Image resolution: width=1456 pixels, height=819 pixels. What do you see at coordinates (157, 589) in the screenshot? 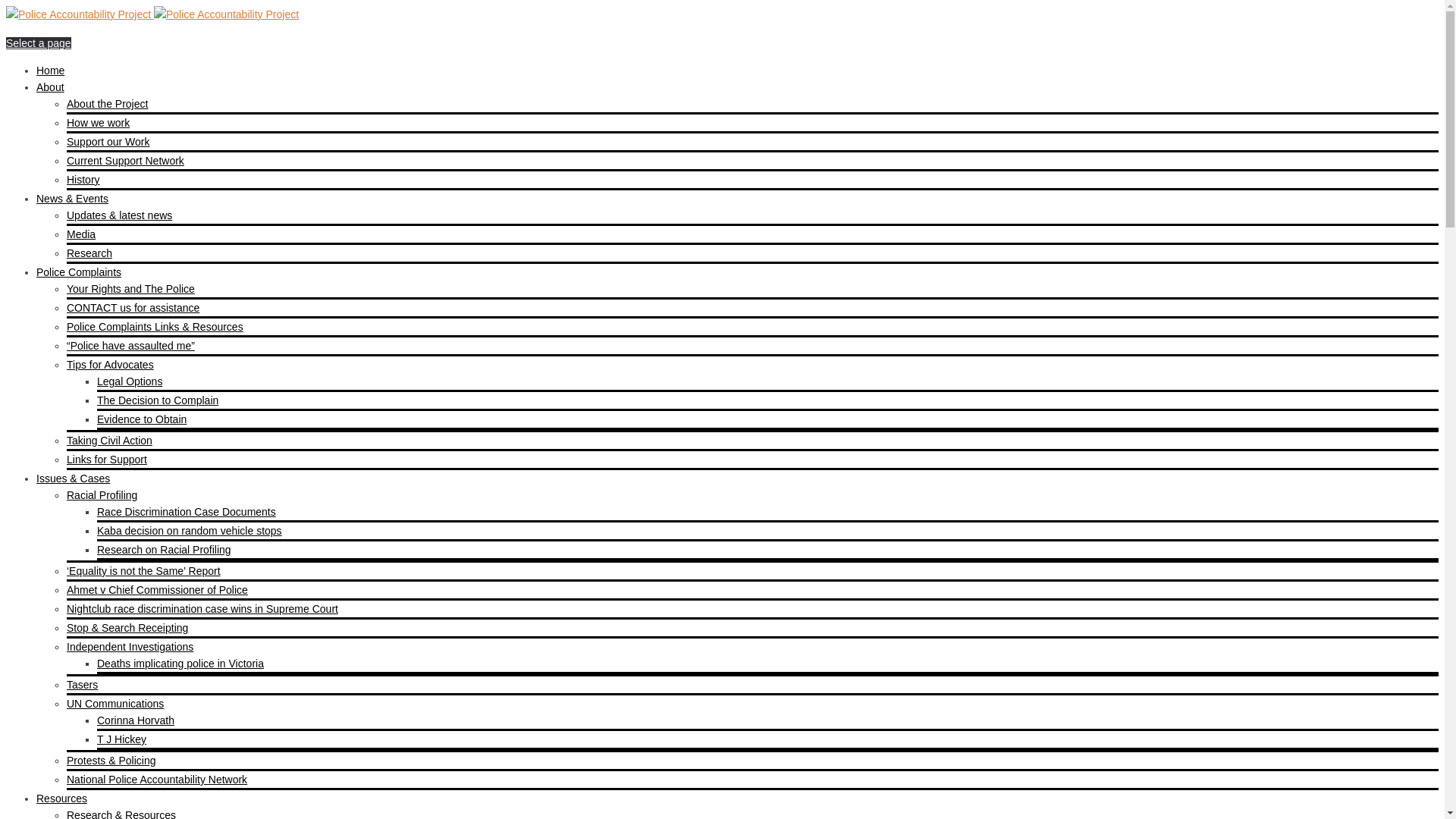
I see `'Ahmet v Chief Commissioner of Police'` at bounding box center [157, 589].